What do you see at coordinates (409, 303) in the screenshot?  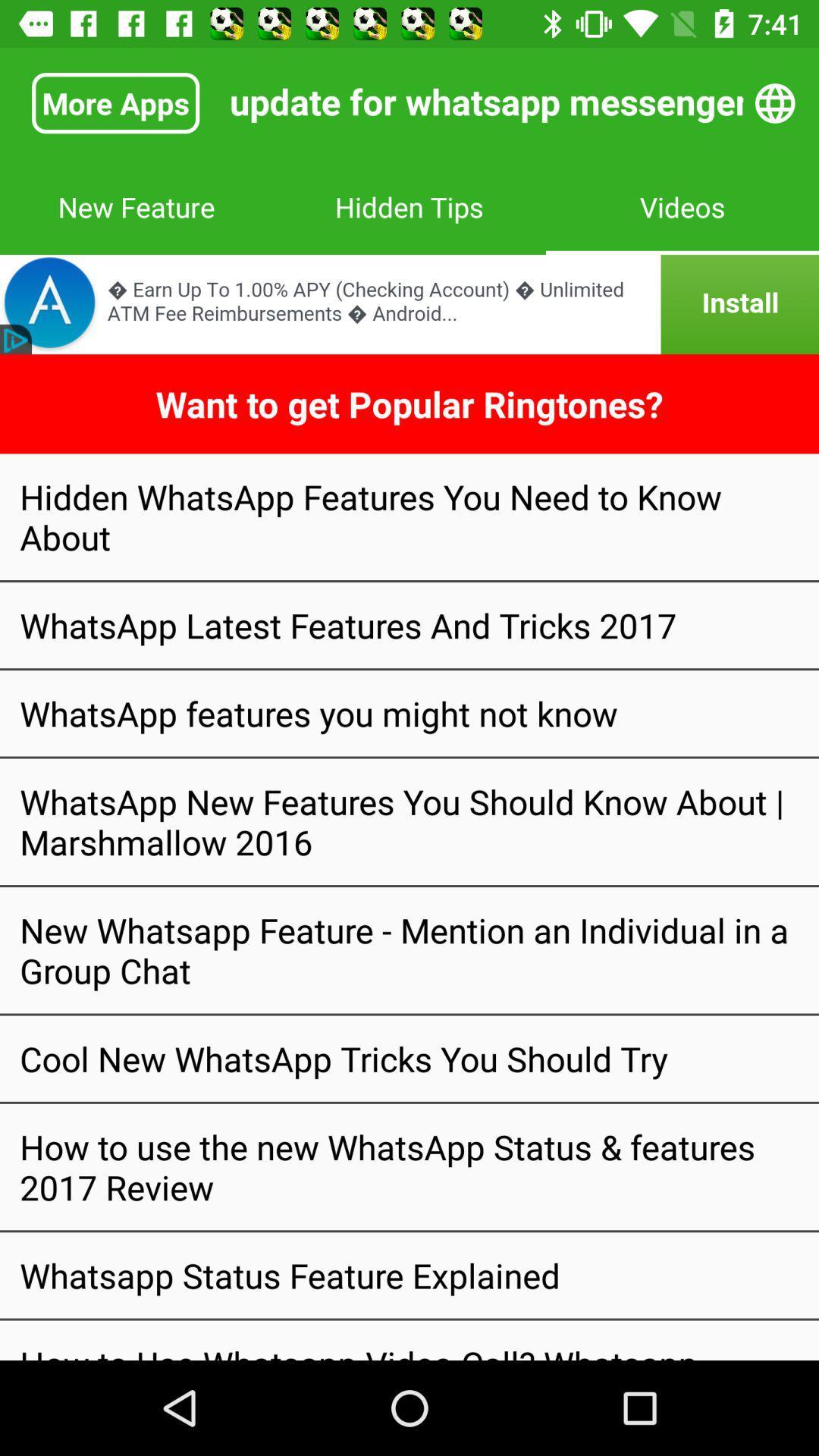 I see `good` at bounding box center [409, 303].